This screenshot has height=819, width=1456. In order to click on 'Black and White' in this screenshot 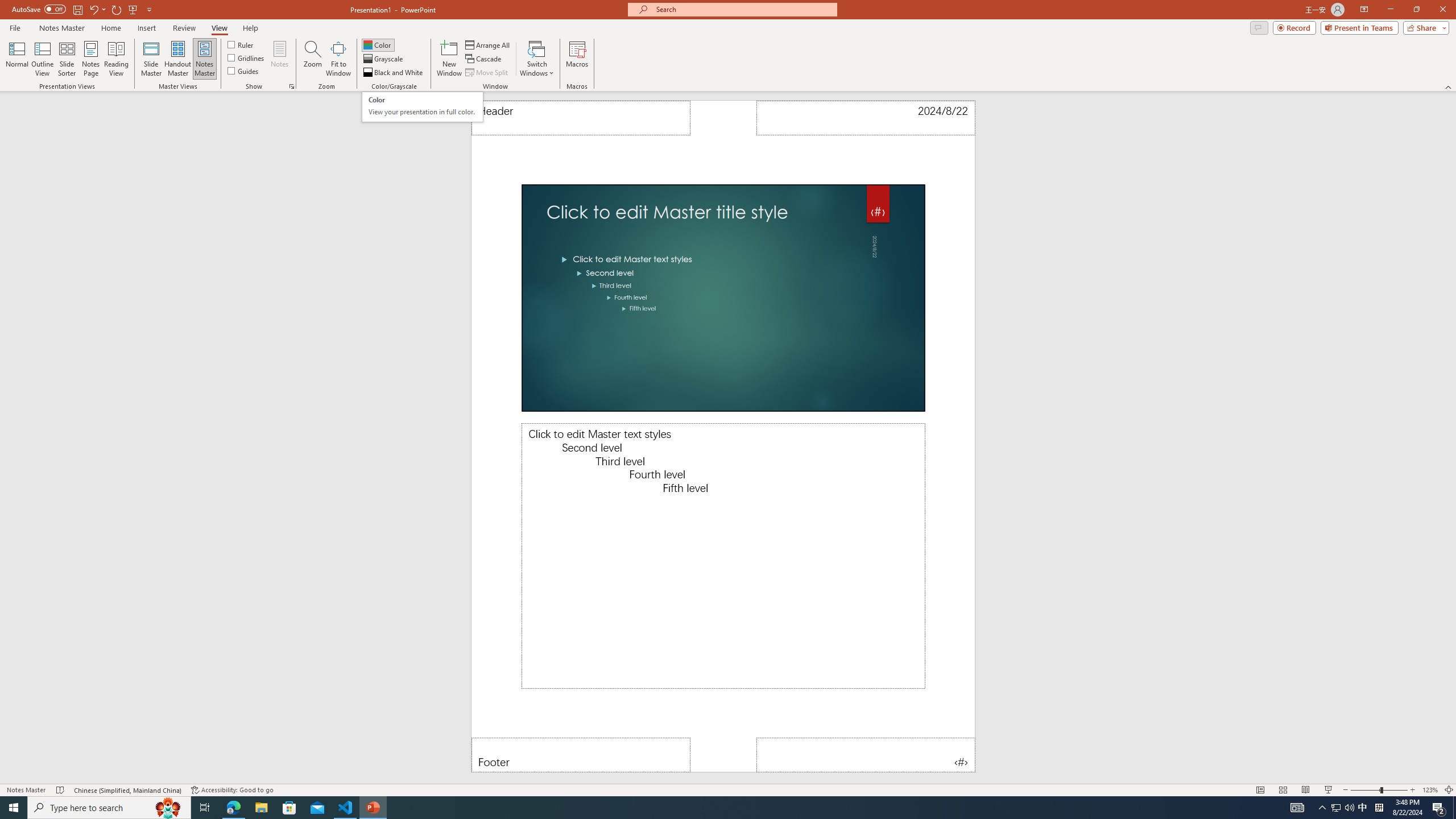, I will do `click(394, 72)`.